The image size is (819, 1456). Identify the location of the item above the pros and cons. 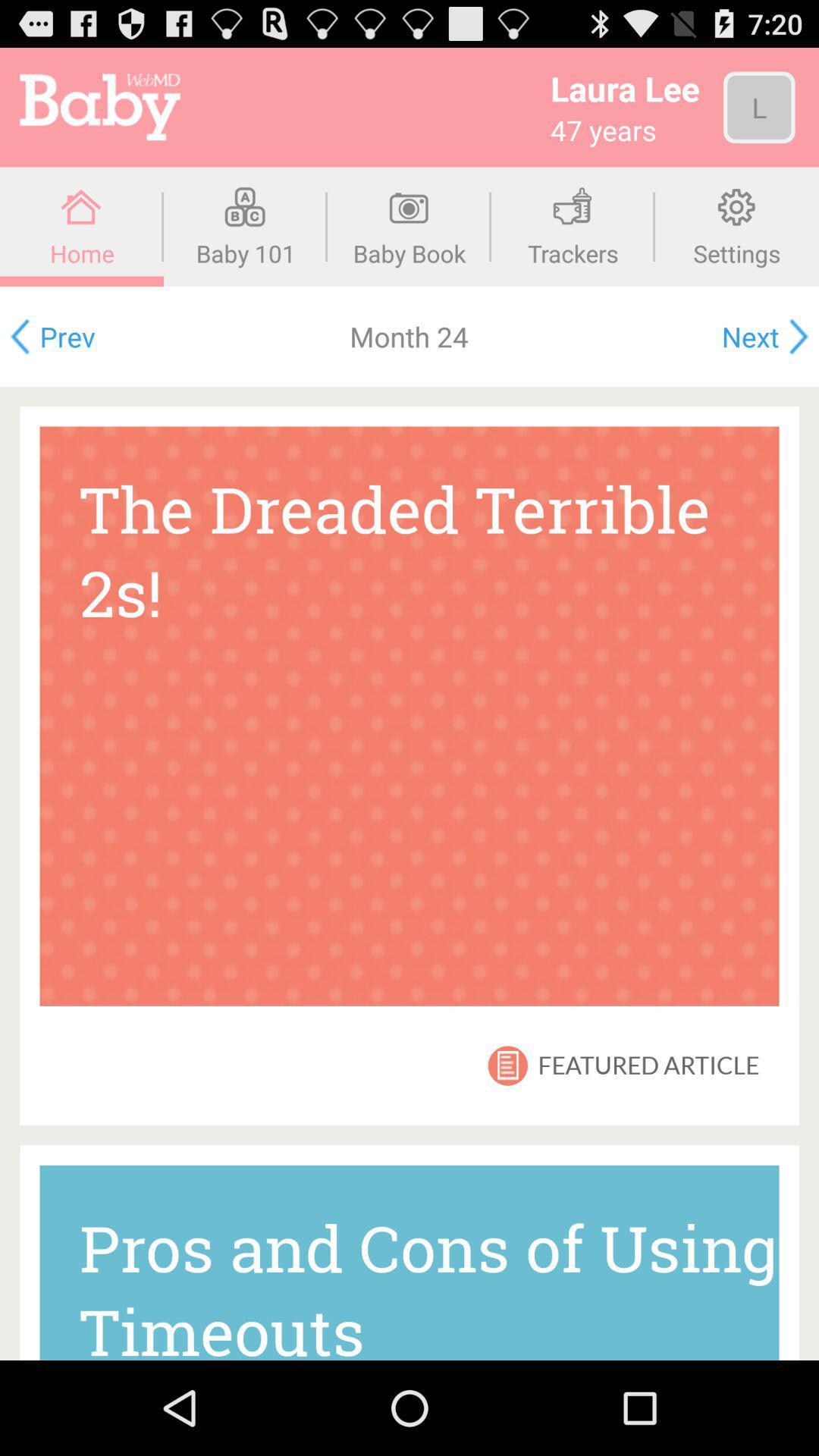
(648, 1065).